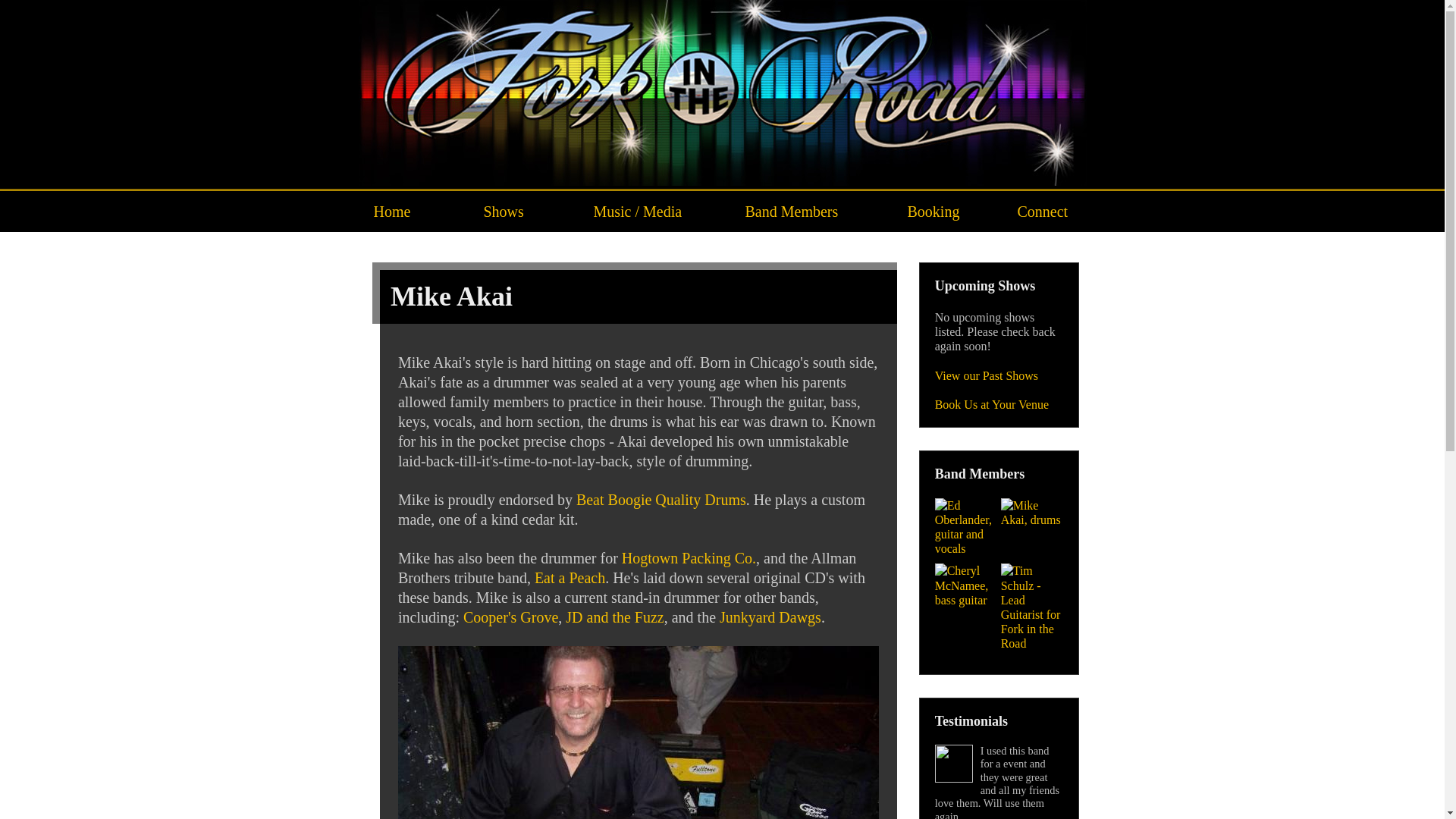 Image resolution: width=1456 pixels, height=819 pixels. I want to click on 'View our Past Shows', so click(986, 375).